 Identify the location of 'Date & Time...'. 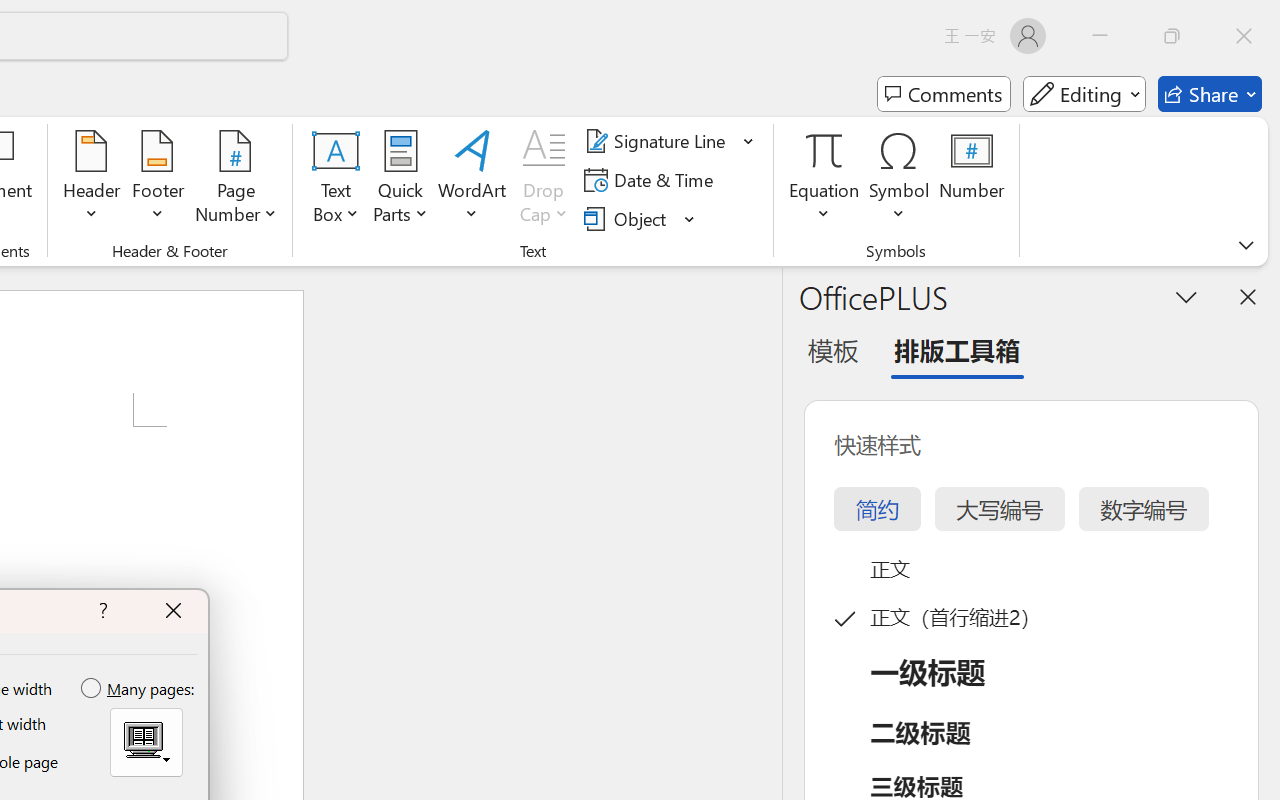
(652, 179).